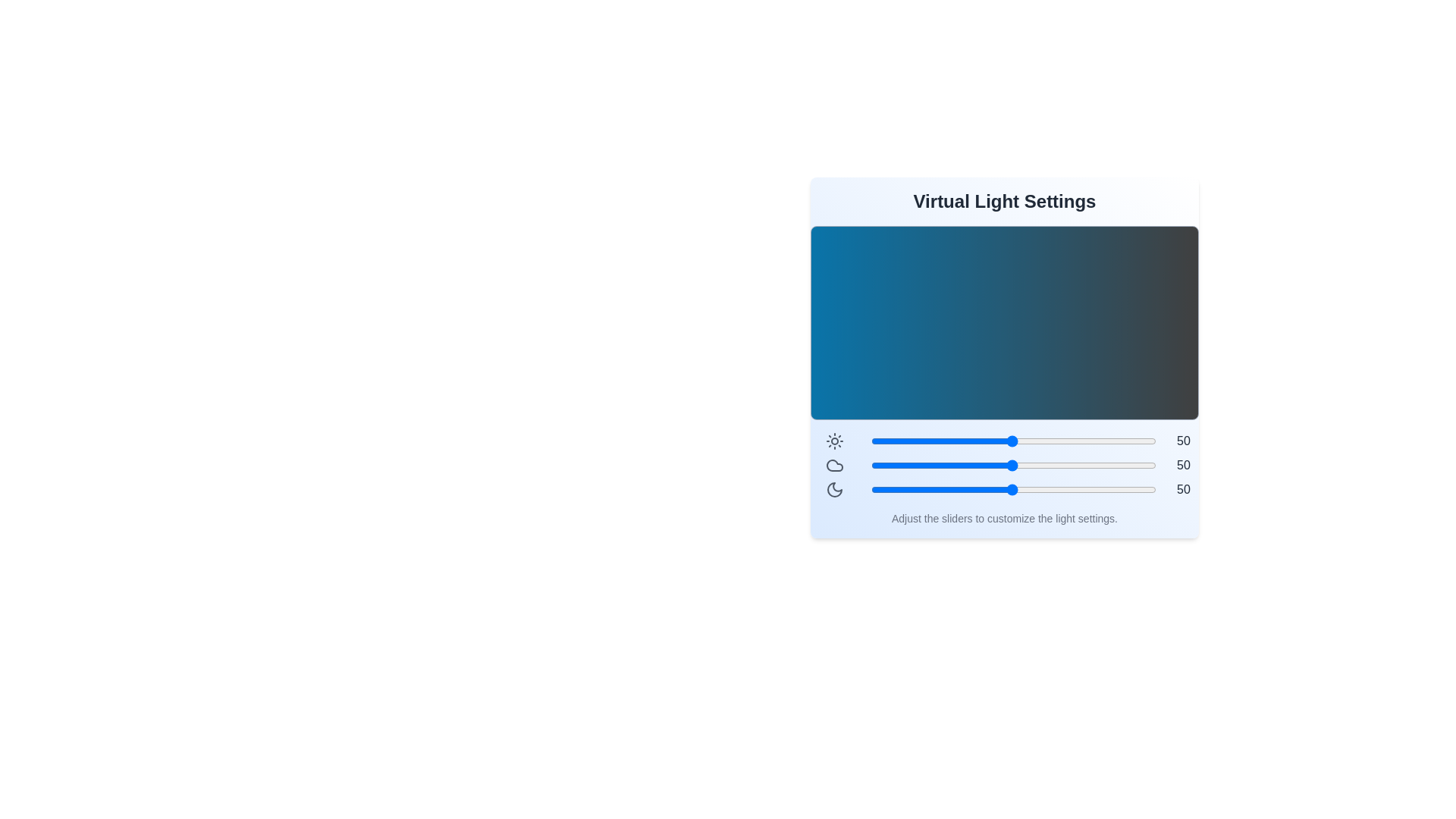 This screenshot has width=1456, height=819. I want to click on the contrast slider to 96%, so click(1144, 441).